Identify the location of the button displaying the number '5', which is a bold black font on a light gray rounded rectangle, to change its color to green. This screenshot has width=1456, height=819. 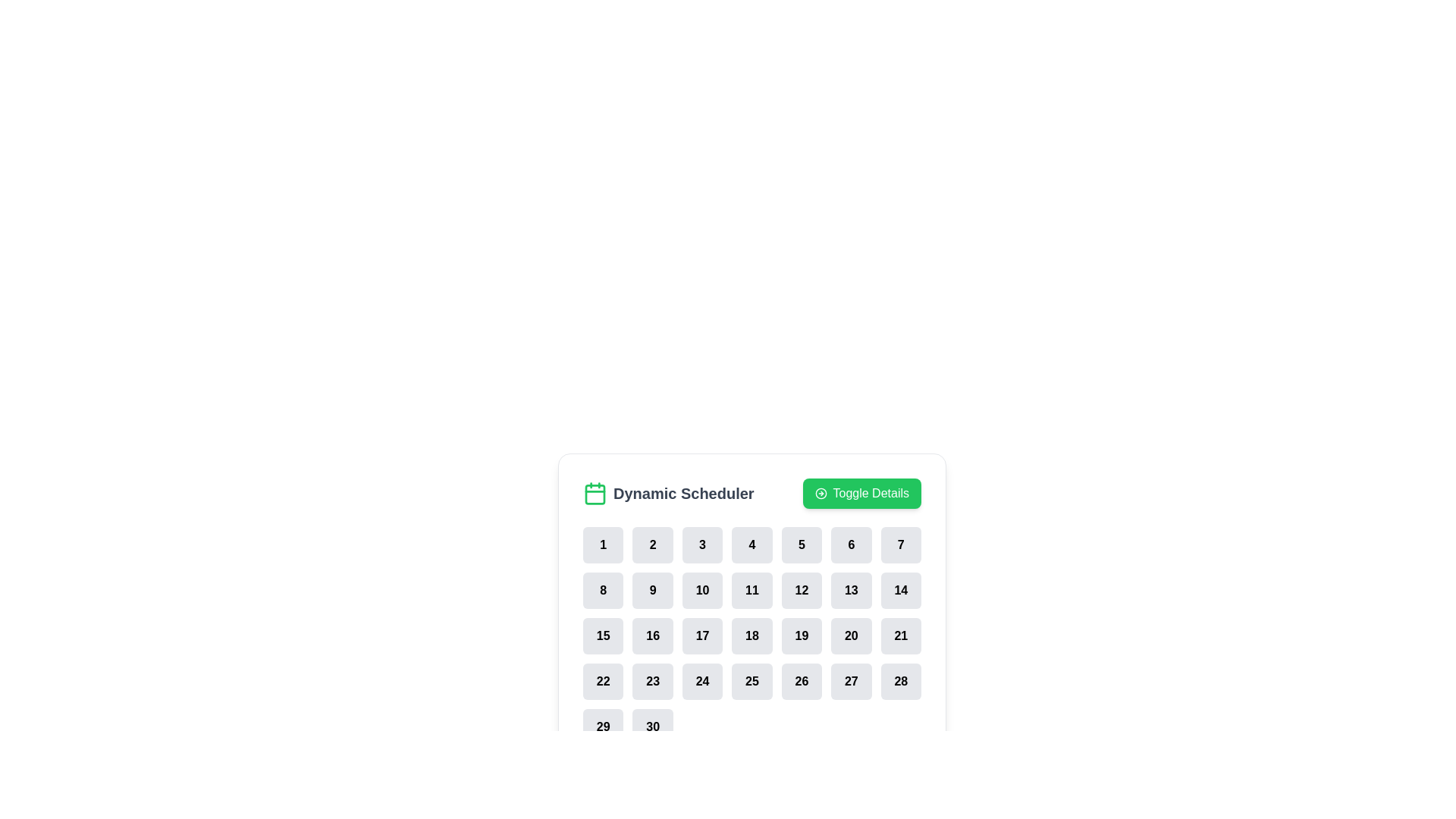
(801, 544).